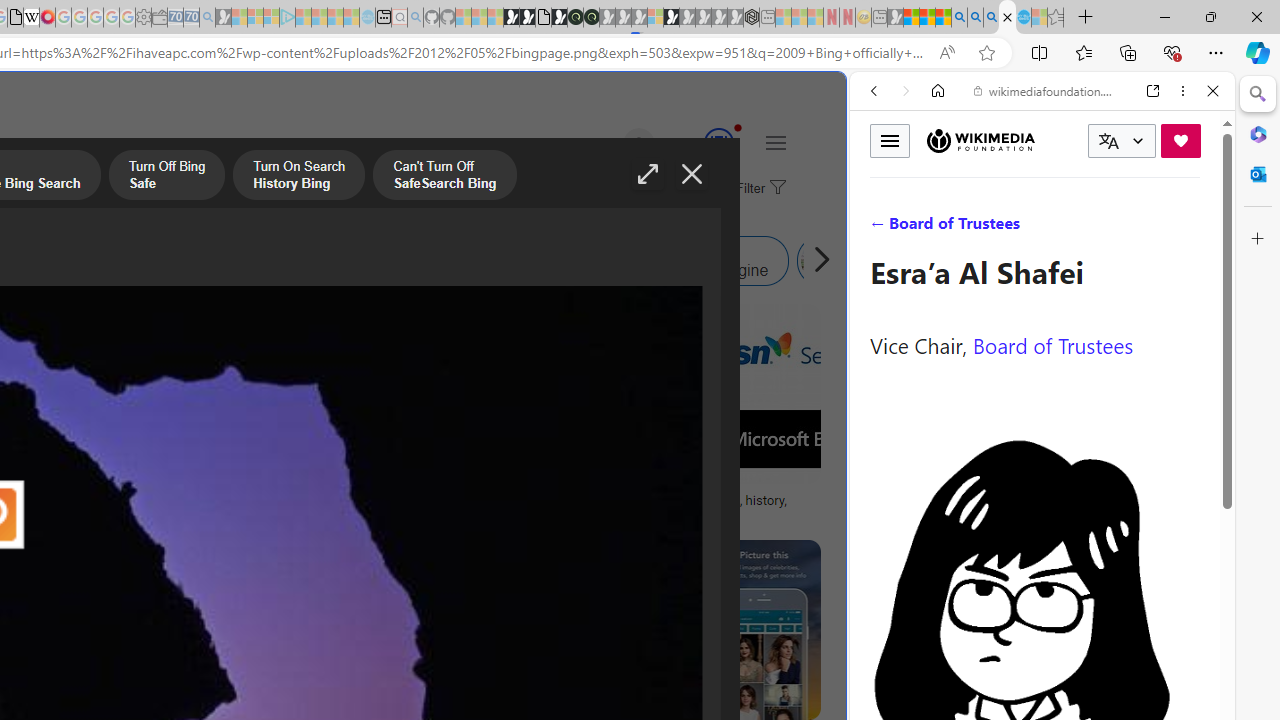 This screenshot has height=720, width=1280. Describe the element at coordinates (894, 17) in the screenshot. I see `'MSN - Sleeping'` at that location.